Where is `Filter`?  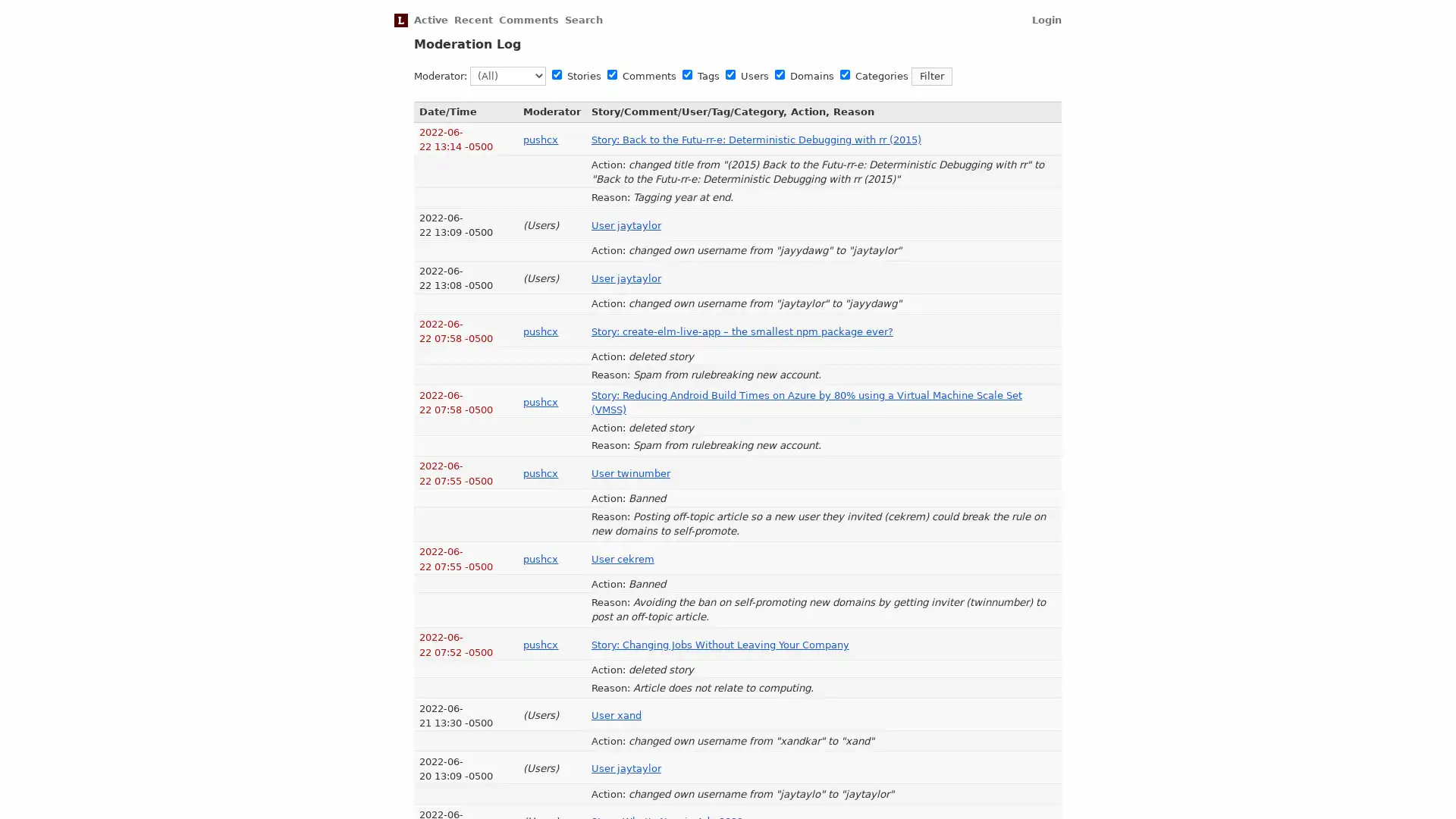
Filter is located at coordinates (930, 76).